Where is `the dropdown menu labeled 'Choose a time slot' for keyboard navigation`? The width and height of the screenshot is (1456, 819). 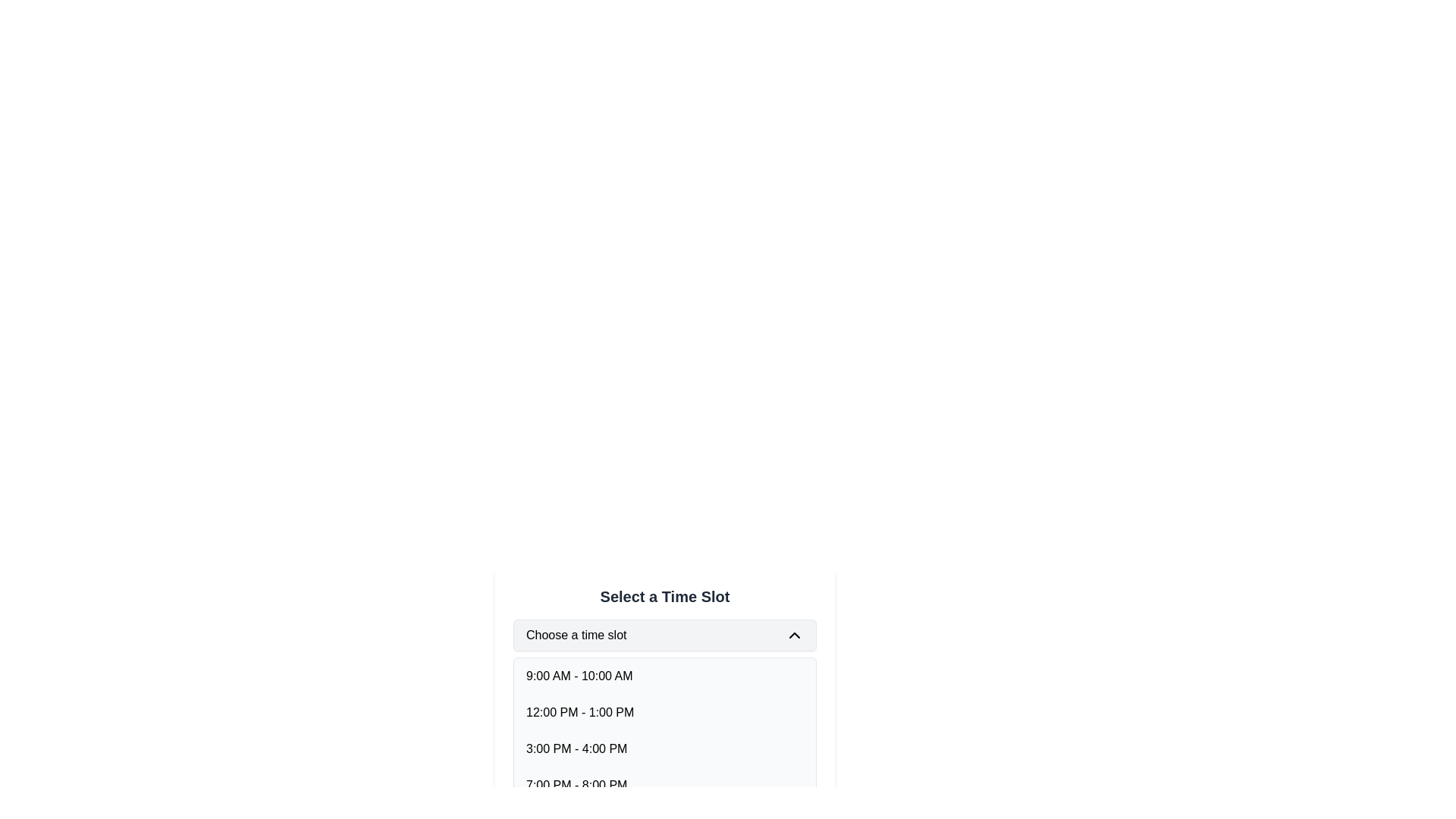
the dropdown menu labeled 'Choose a time slot' for keyboard navigation is located at coordinates (665, 635).